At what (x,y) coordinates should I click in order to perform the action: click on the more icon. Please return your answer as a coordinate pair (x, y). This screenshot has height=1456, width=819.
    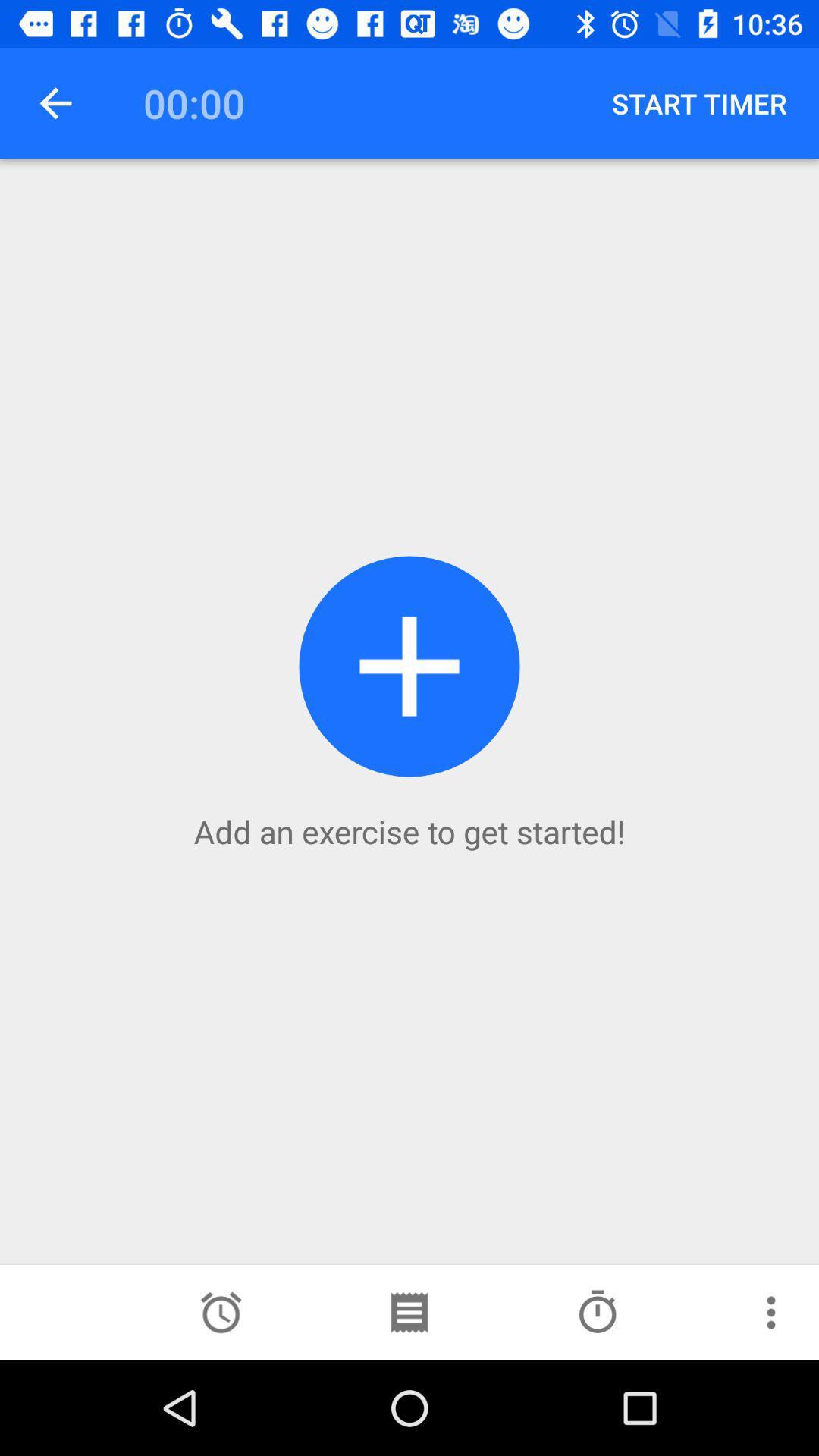
    Looking at the image, I should click on (408, 1312).